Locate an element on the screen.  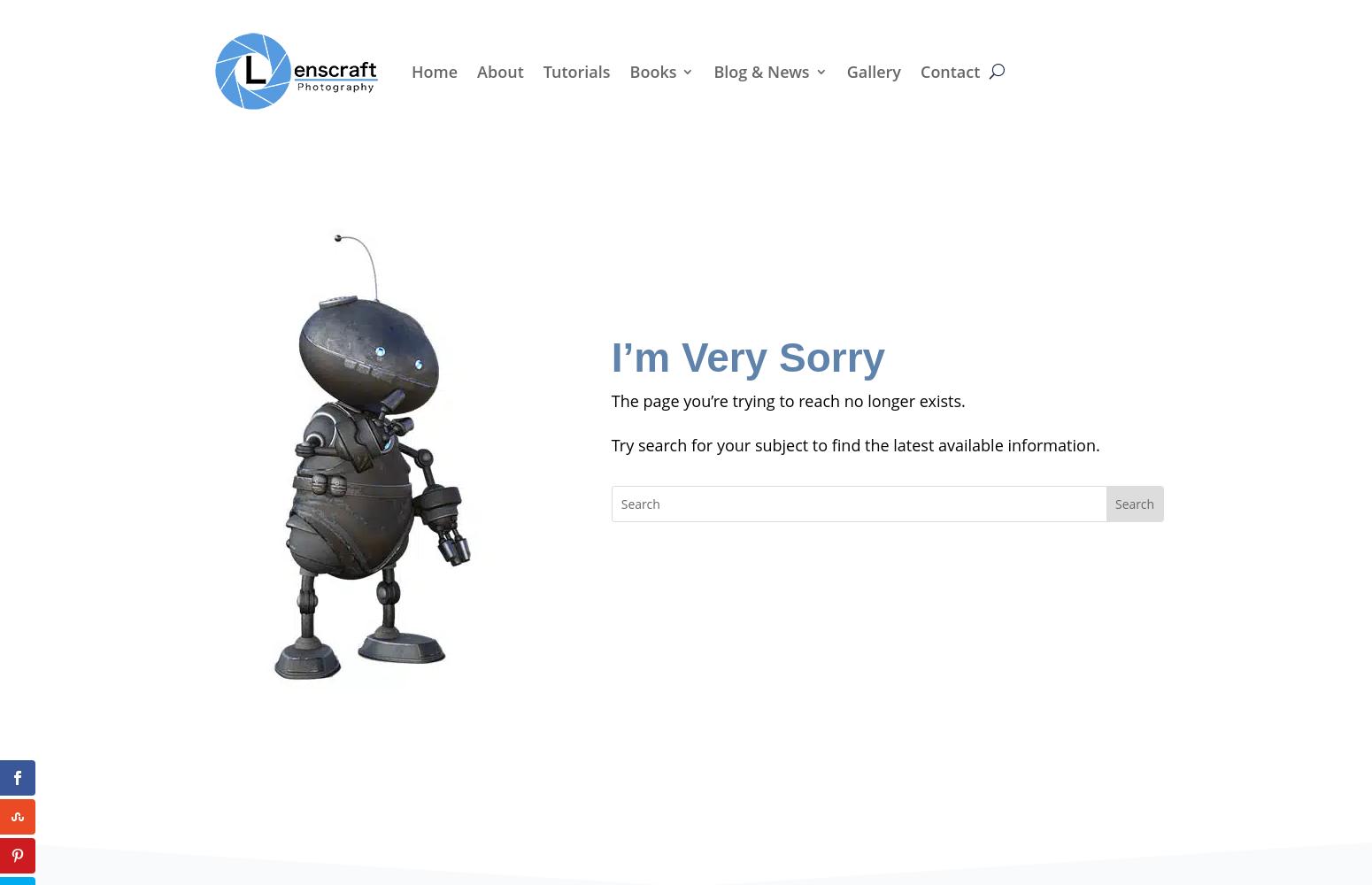
'Books' is located at coordinates (652, 70).